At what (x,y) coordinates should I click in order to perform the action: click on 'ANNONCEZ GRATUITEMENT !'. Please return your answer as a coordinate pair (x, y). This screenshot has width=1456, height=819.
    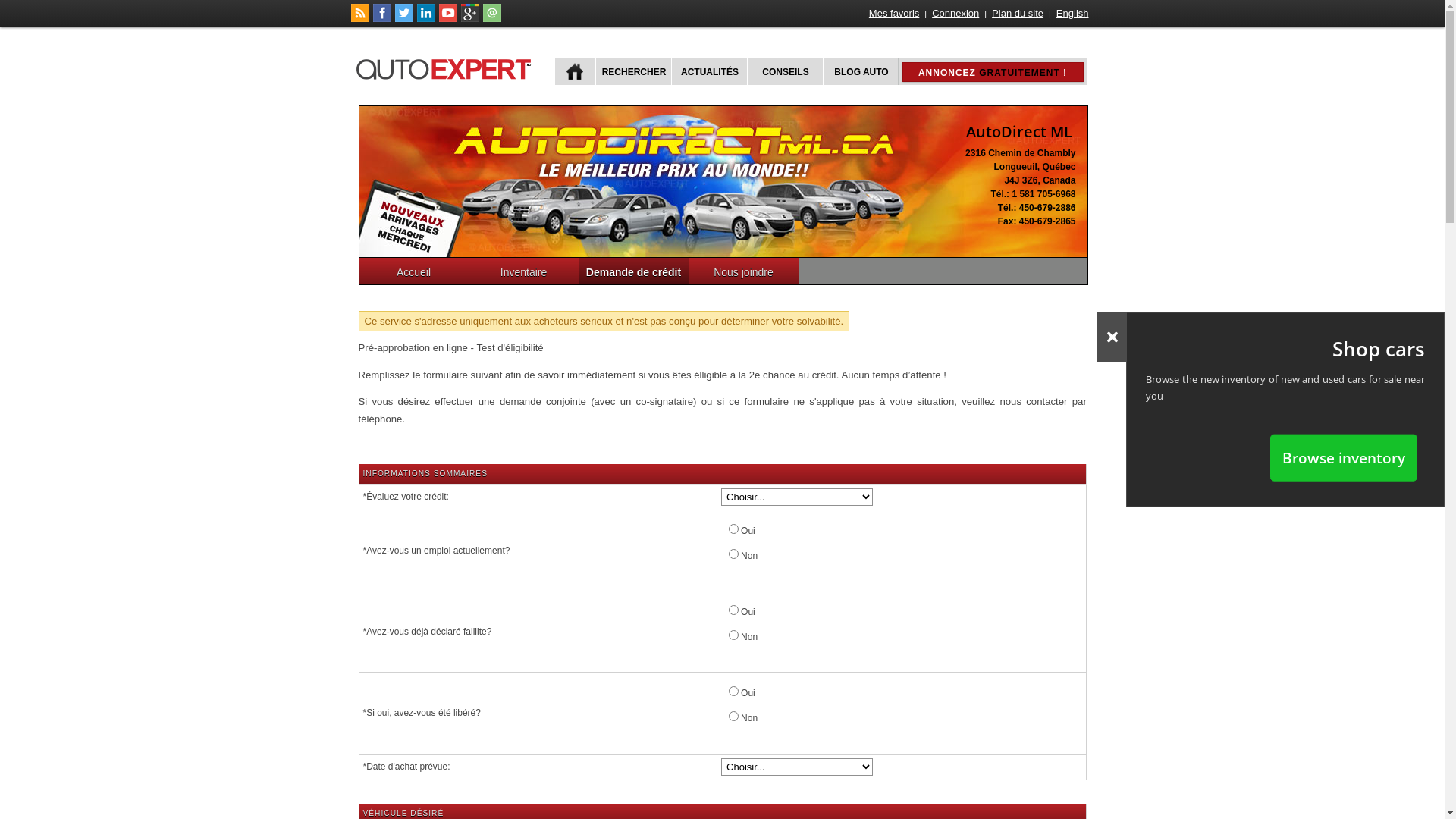
    Looking at the image, I should click on (993, 72).